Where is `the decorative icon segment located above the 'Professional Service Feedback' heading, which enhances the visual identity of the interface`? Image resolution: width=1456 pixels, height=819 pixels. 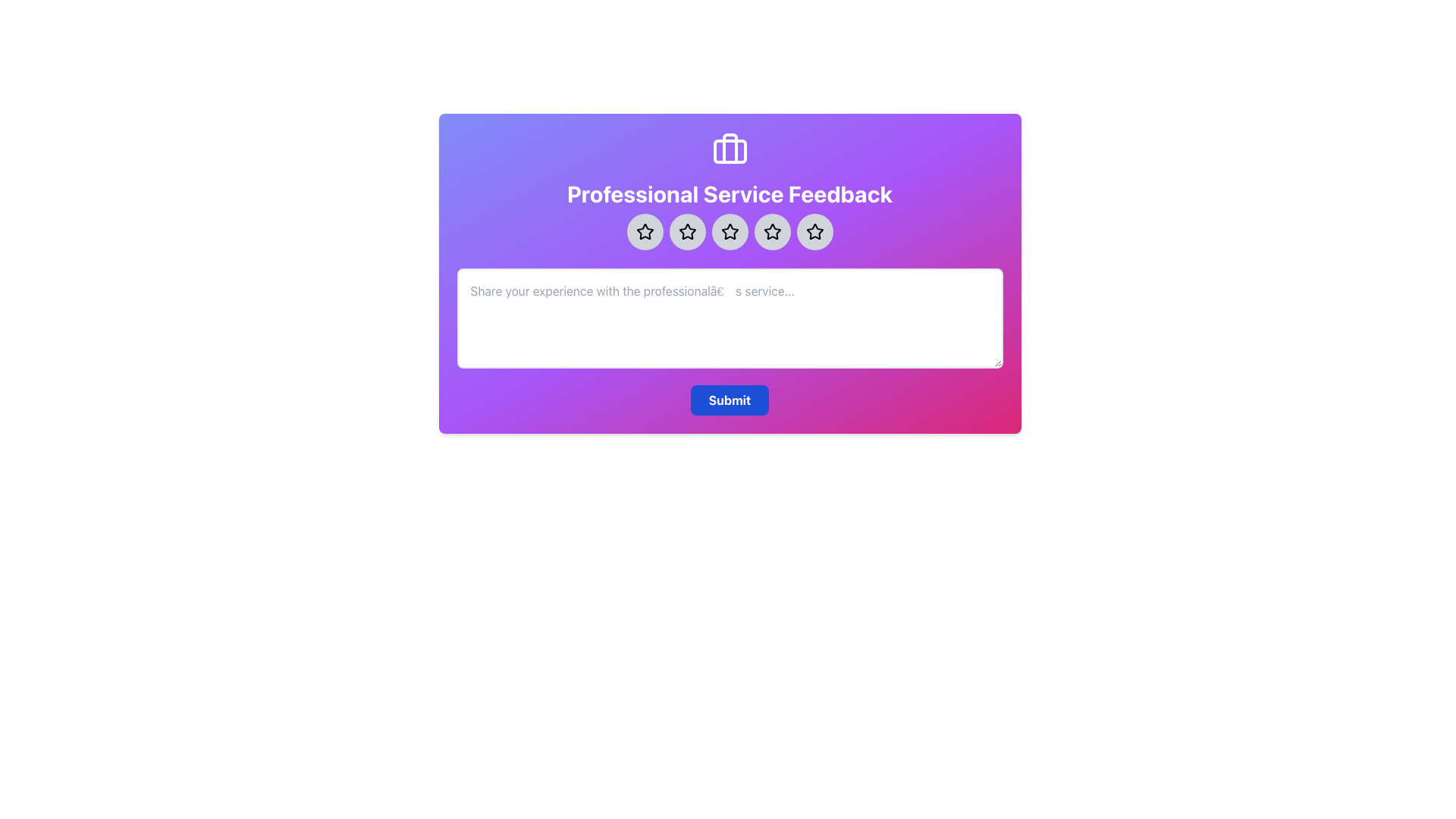
the decorative icon segment located above the 'Professional Service Feedback' heading, which enhances the visual identity of the interface is located at coordinates (730, 149).